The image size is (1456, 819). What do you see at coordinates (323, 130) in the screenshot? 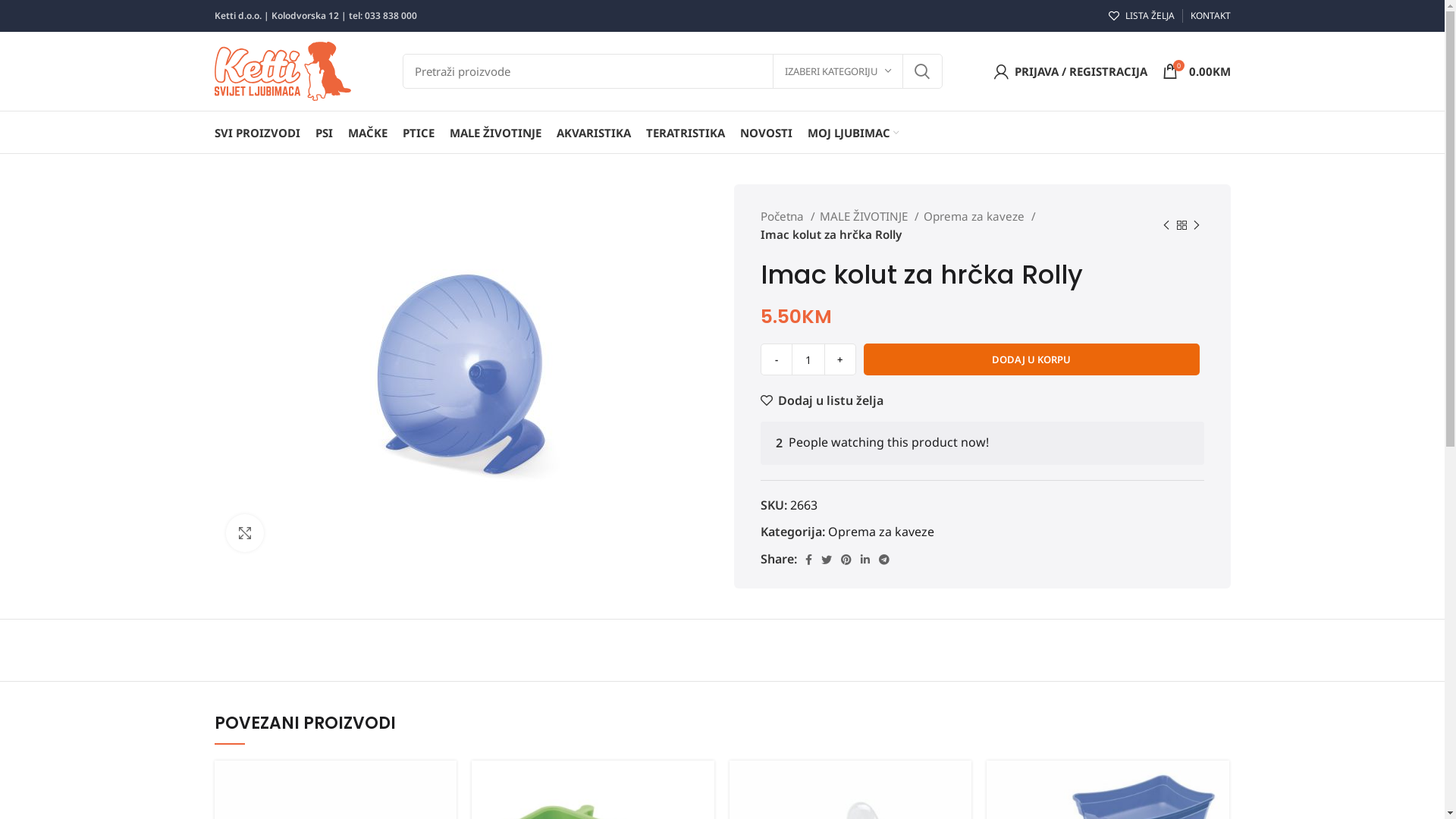
I see `'PSI'` at bounding box center [323, 130].